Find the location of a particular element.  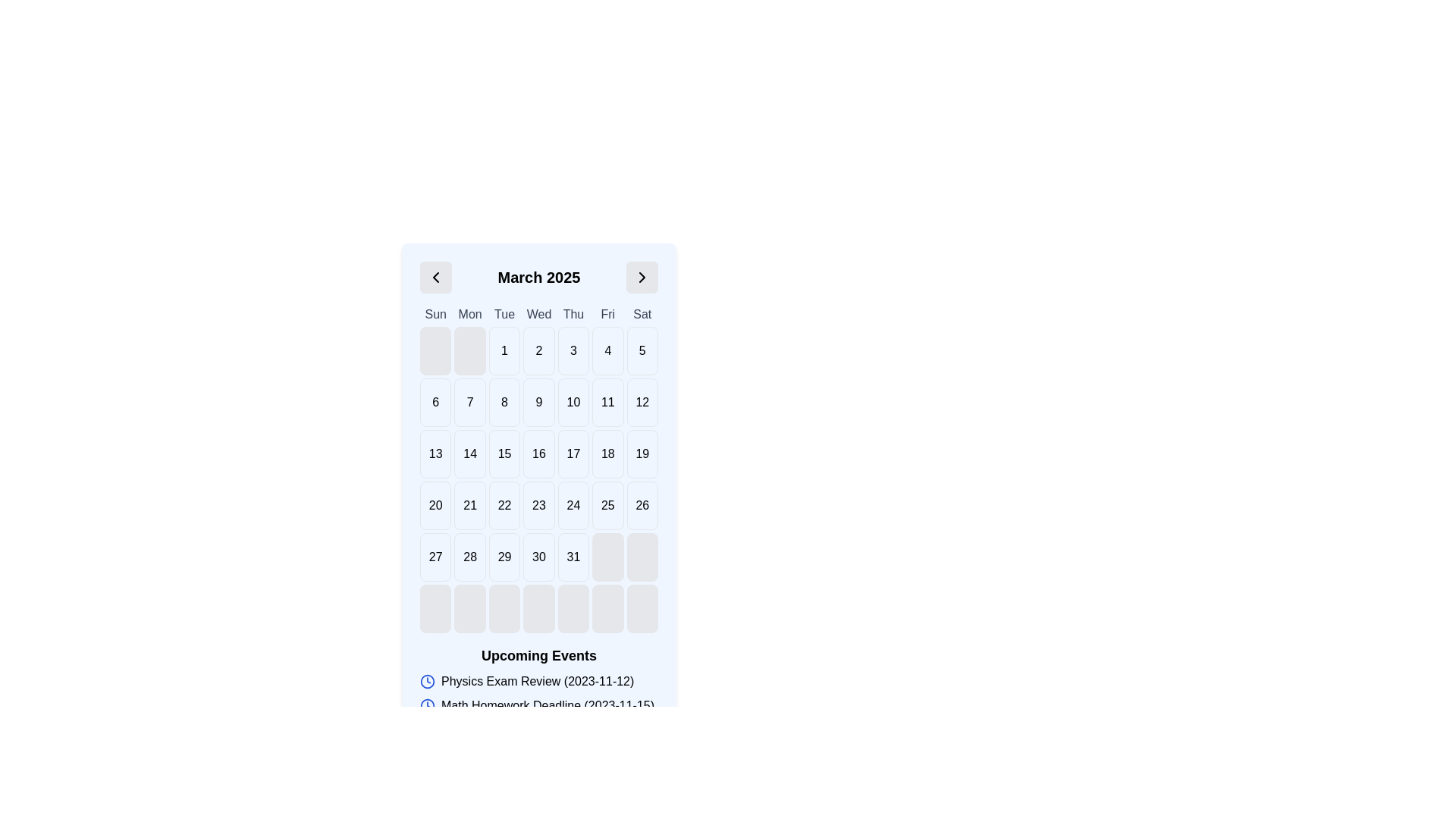

the calendar date cell representing '20' in the fifth row and first column is located at coordinates (435, 506).